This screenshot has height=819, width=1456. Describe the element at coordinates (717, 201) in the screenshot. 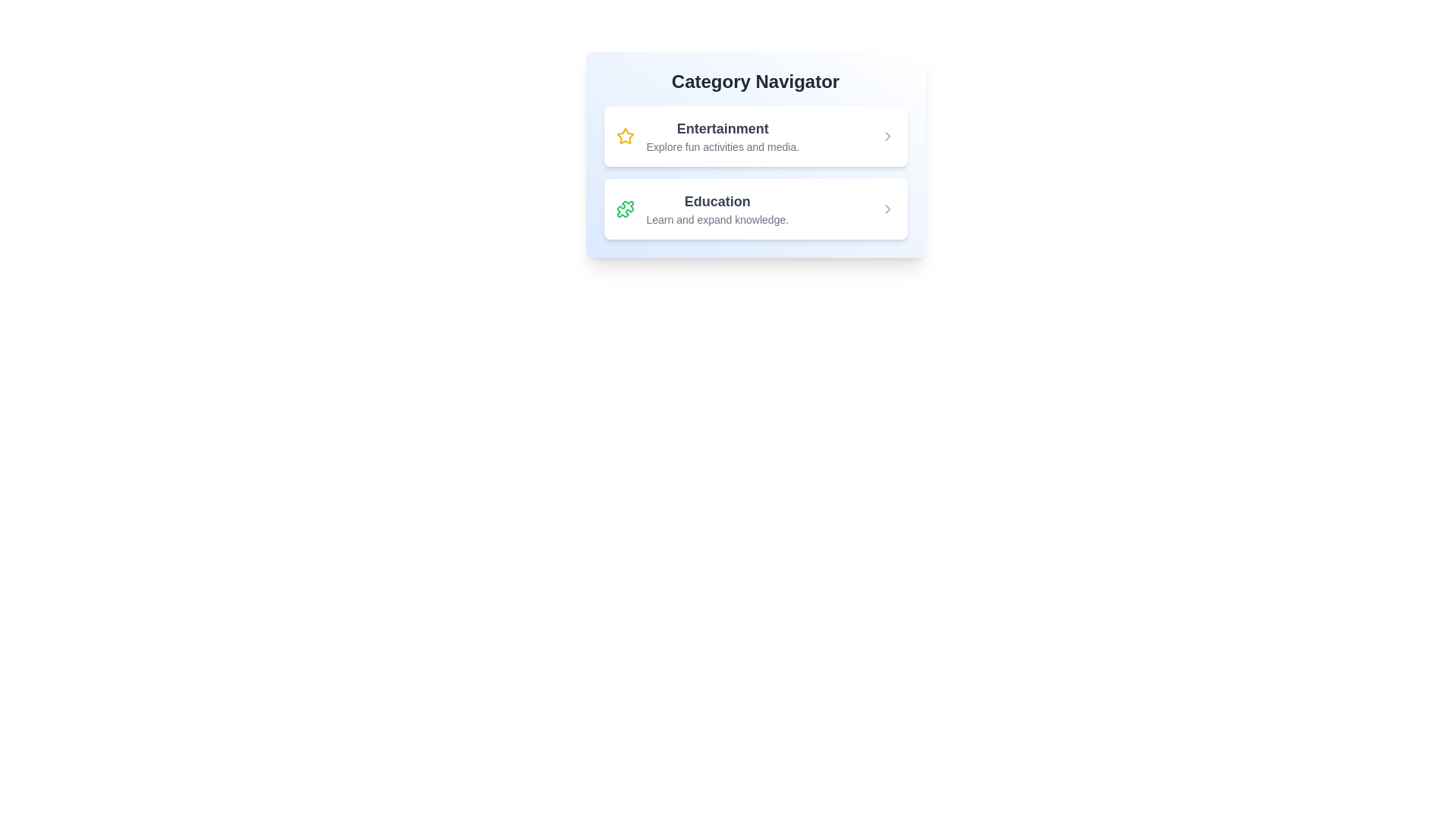

I see `the text label that reads 'Education', which is styled in bold and larger font size, located in the second section of a card-like component` at that location.